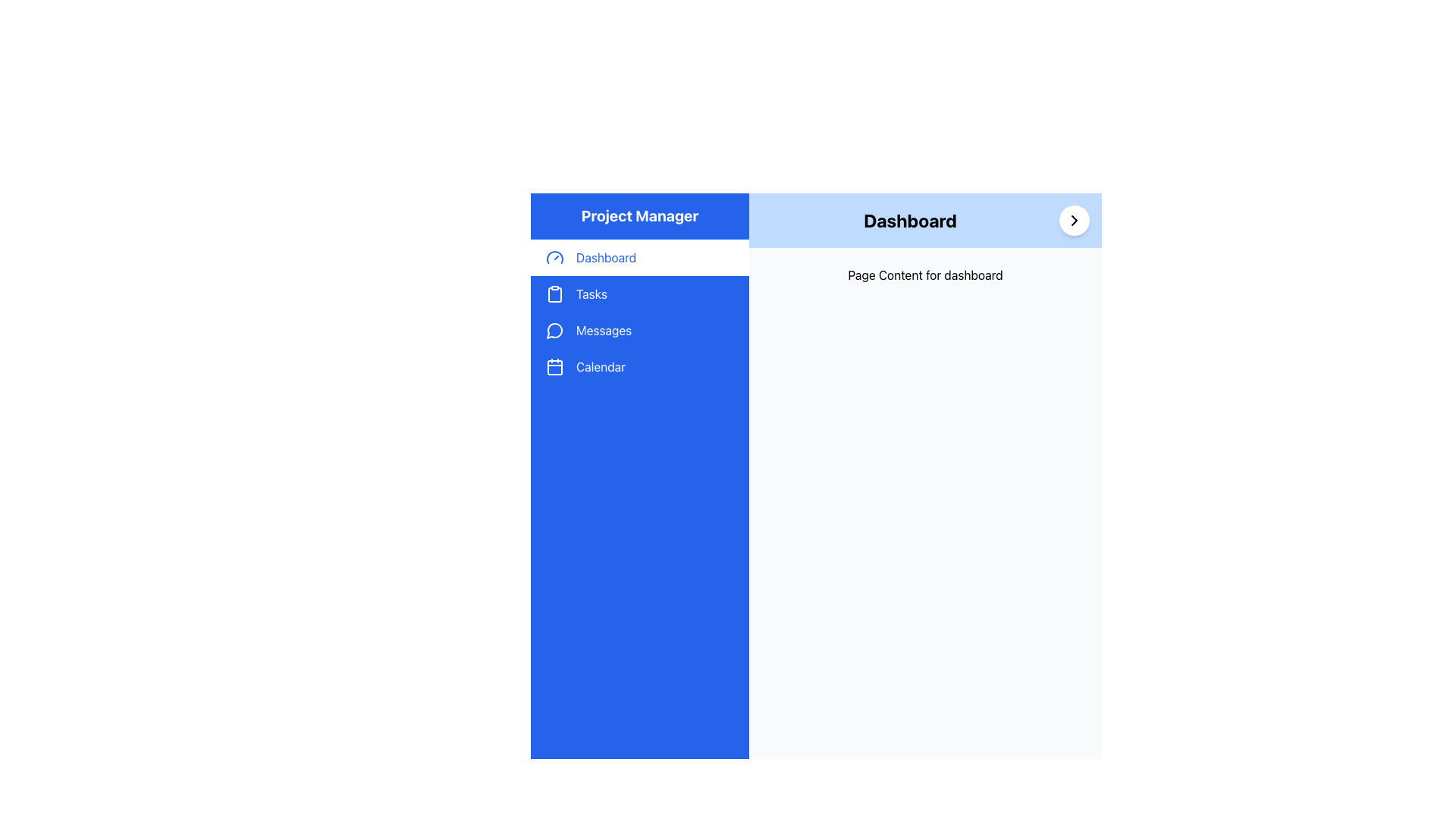 This screenshot has height=819, width=1456. I want to click on the 'Tasks' text label in the navigation sidebar, so click(591, 294).